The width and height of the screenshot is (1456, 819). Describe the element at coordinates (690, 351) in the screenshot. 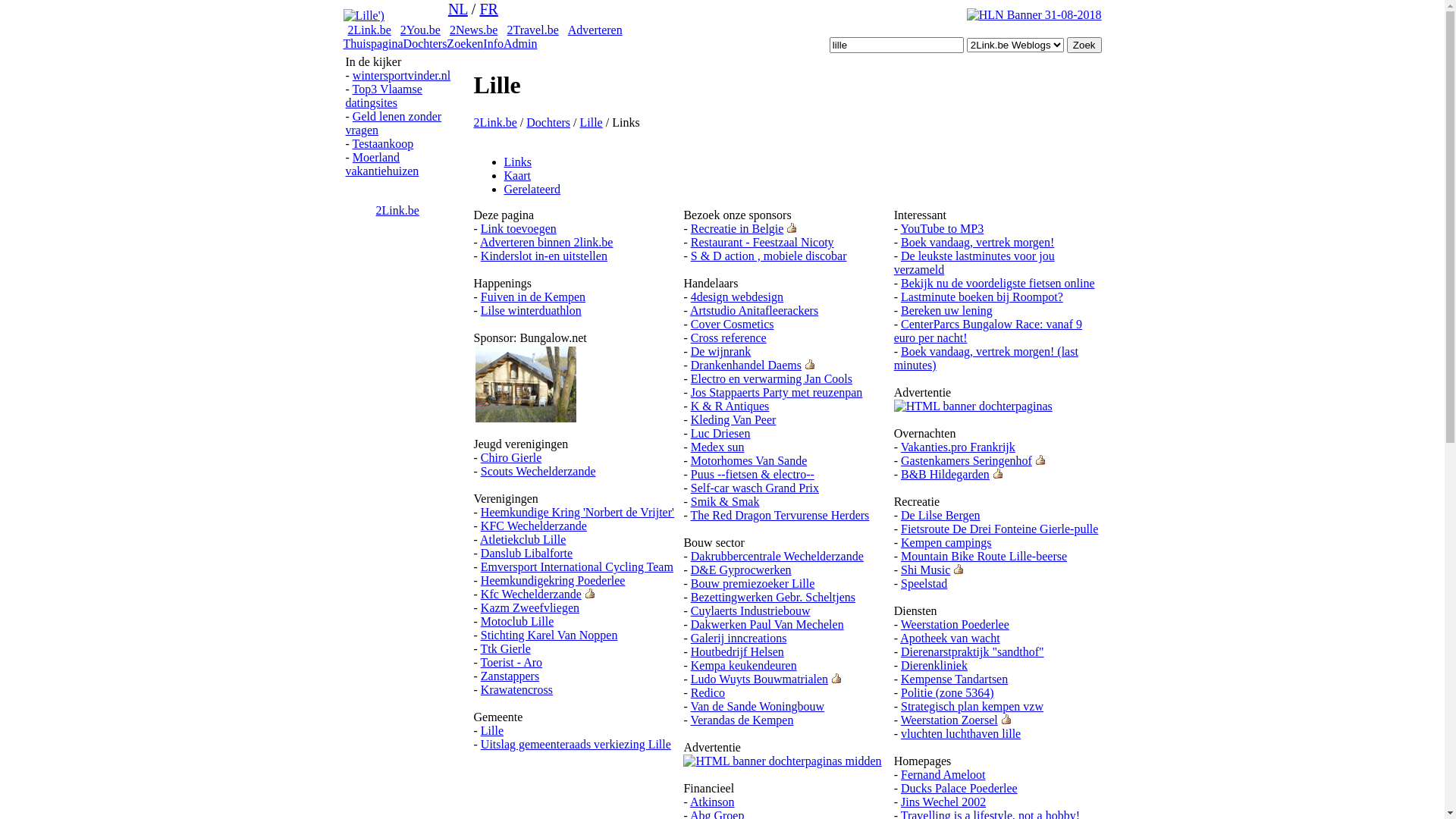

I see `'De wijnrank'` at that location.